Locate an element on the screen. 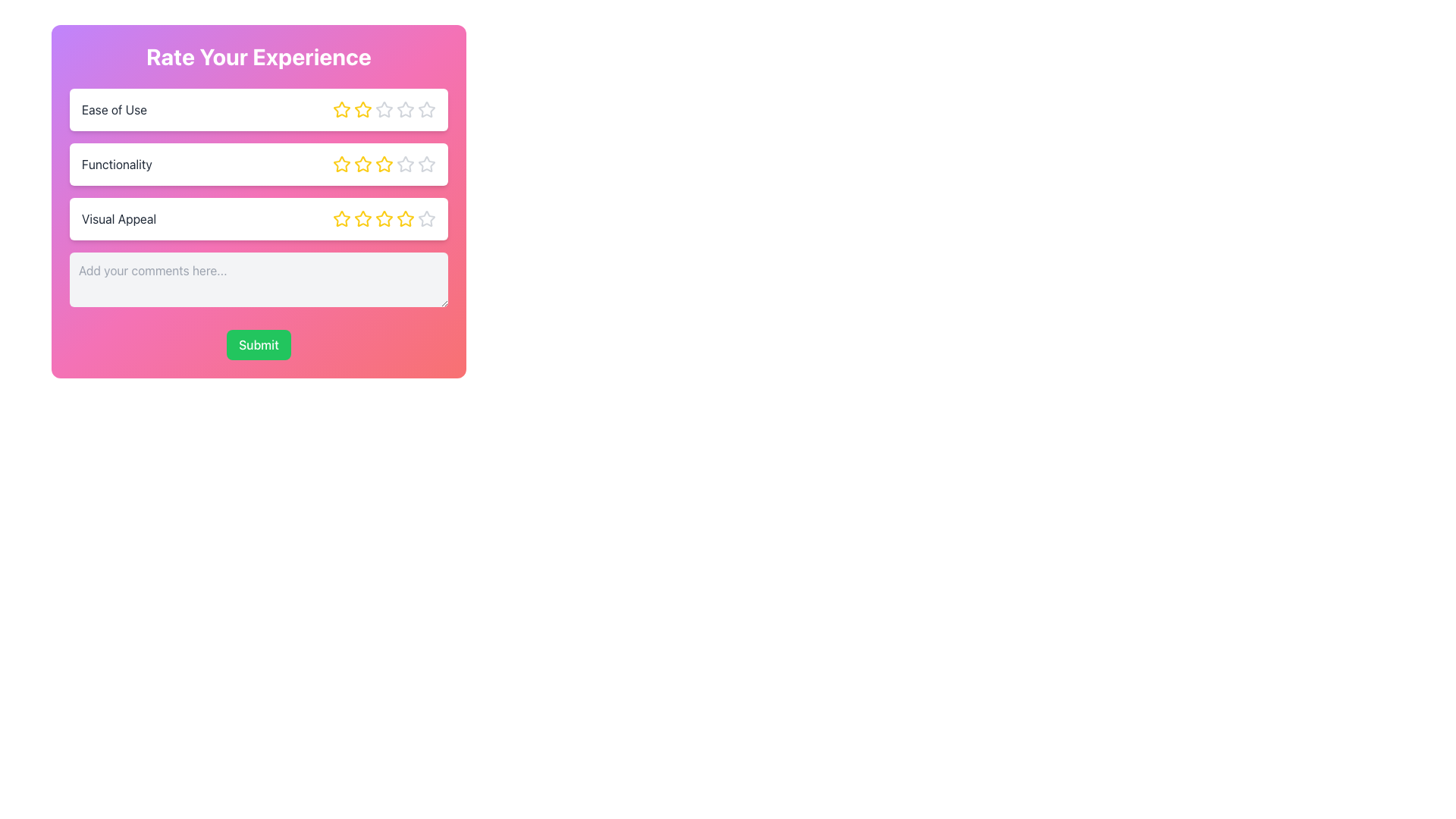 The height and width of the screenshot is (819, 1456). the second star icon in the 'Functionality' rating section to set the rating to 2 is located at coordinates (362, 164).